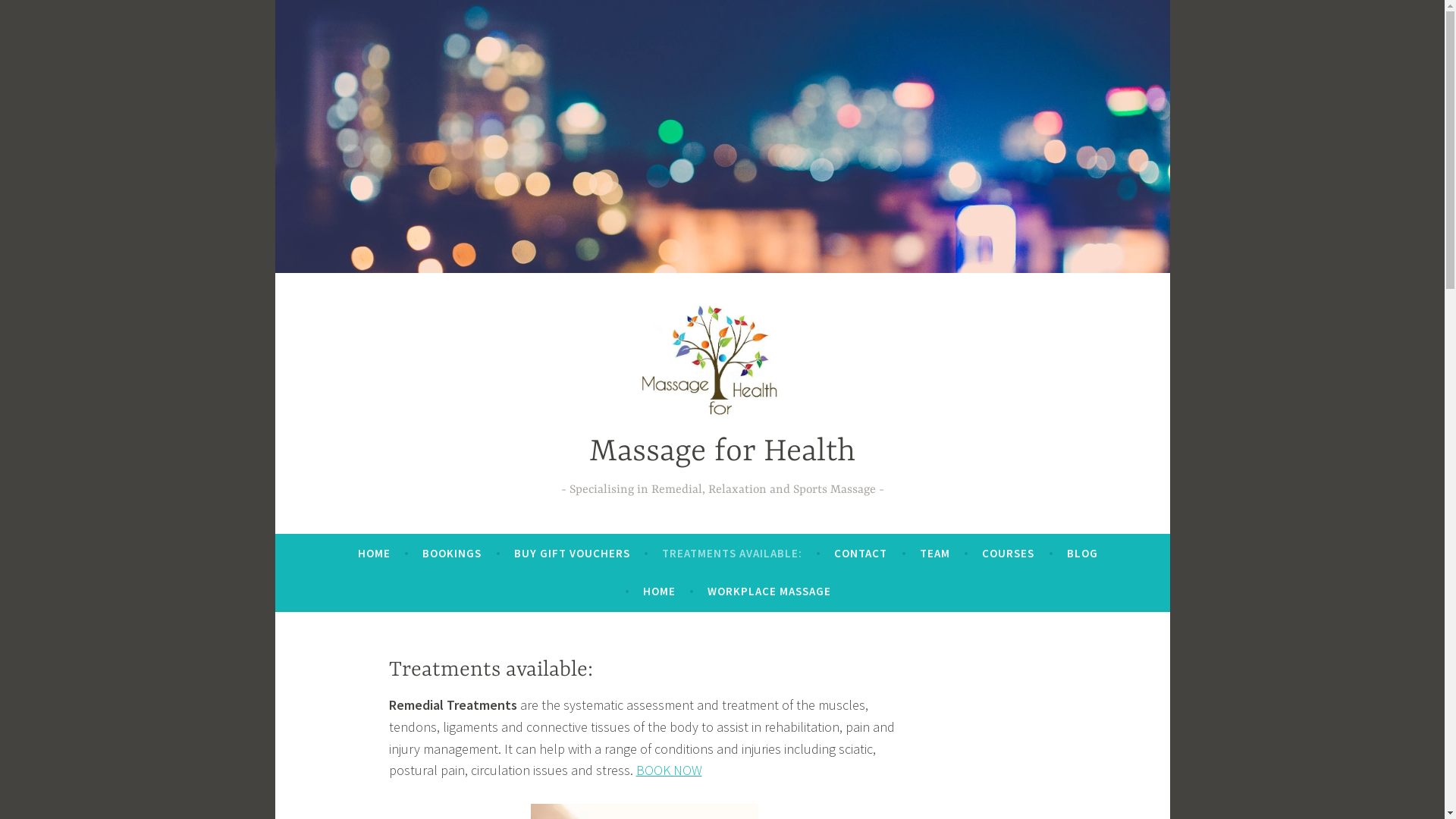 The width and height of the screenshot is (1456, 819). Describe the element at coordinates (722, 451) in the screenshot. I see `'Massage for Health'` at that location.